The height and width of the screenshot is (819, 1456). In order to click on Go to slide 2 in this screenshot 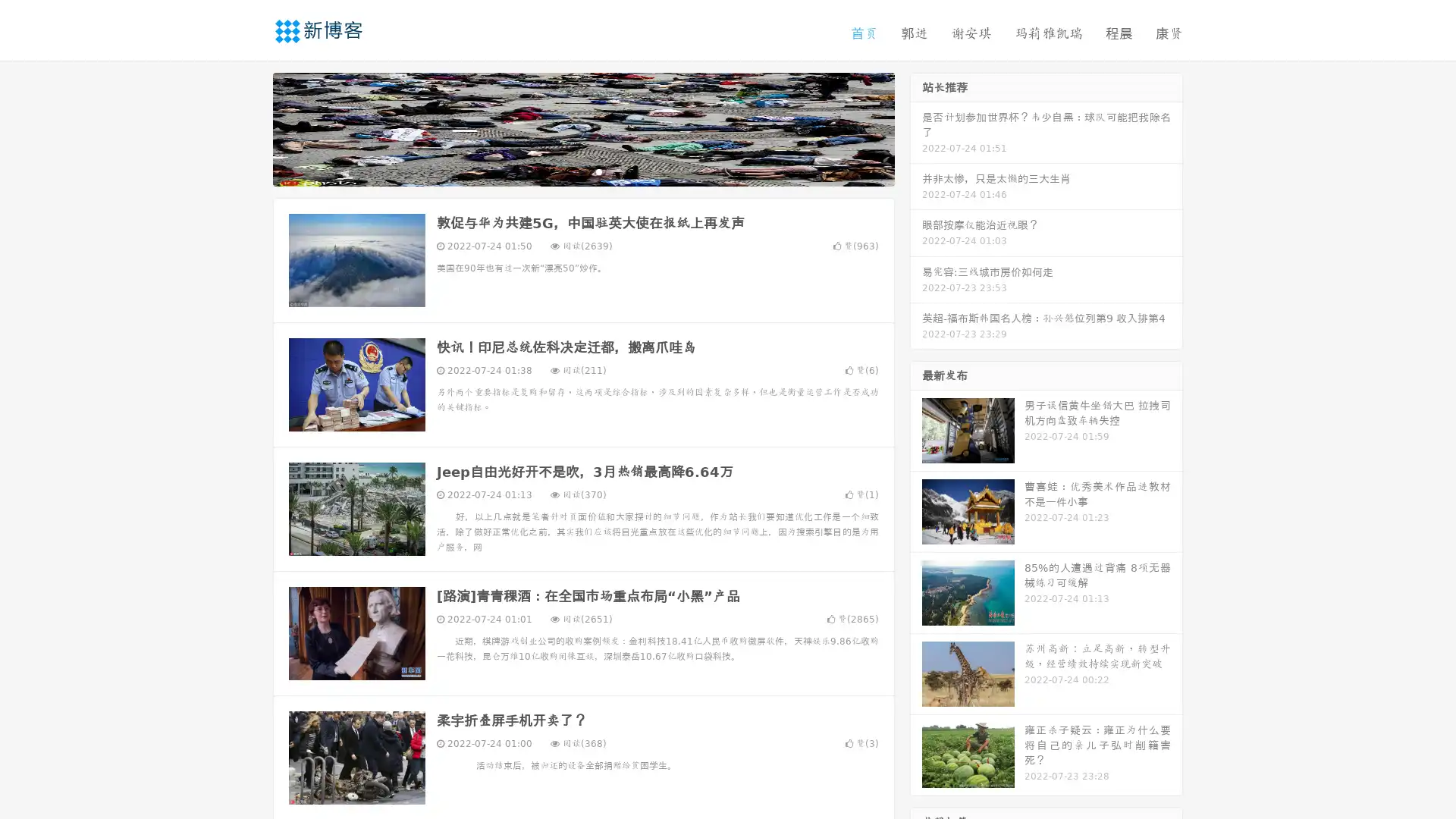, I will do `click(582, 171)`.